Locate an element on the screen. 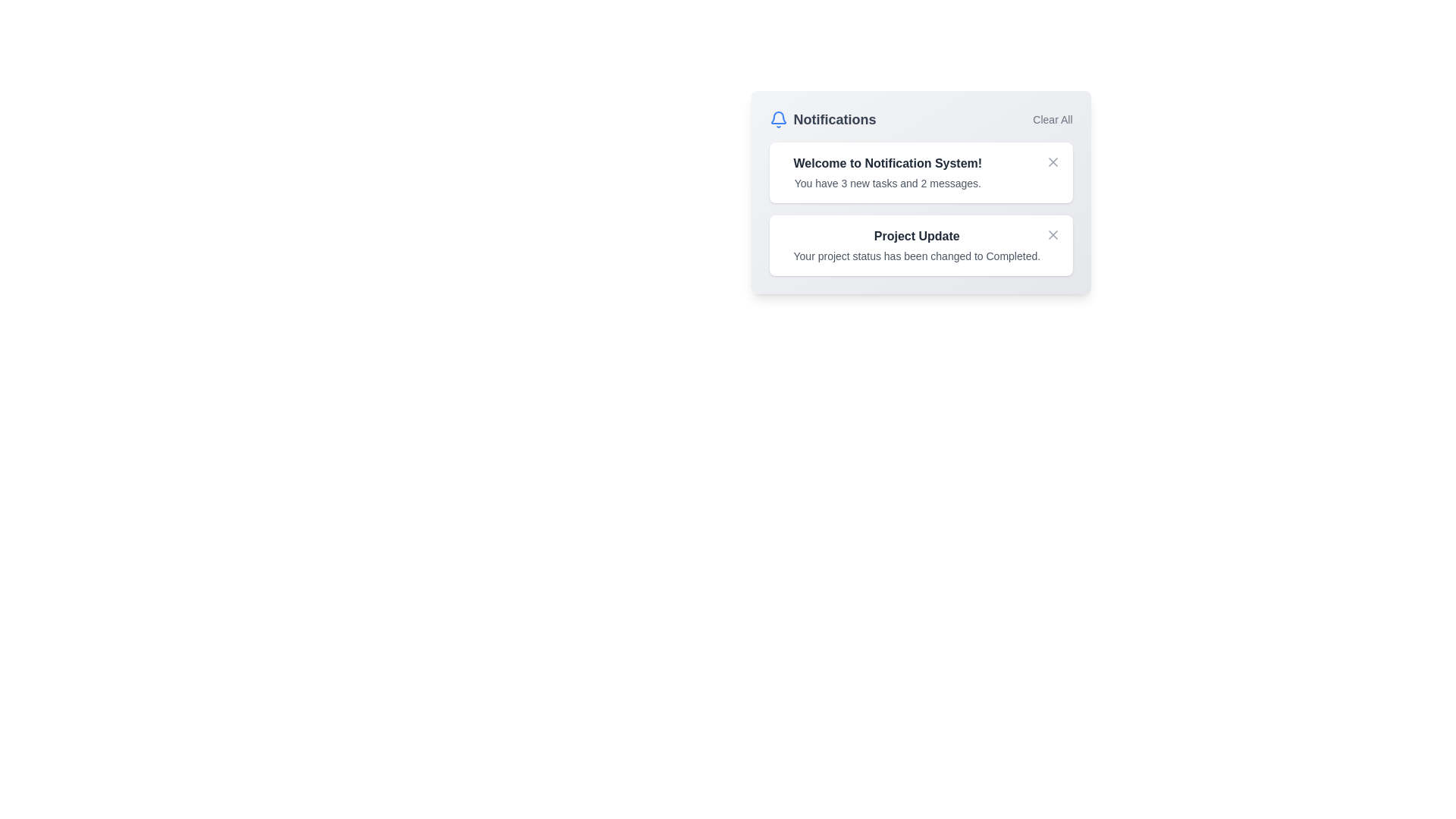  the Text Block element is located at coordinates (887, 164).